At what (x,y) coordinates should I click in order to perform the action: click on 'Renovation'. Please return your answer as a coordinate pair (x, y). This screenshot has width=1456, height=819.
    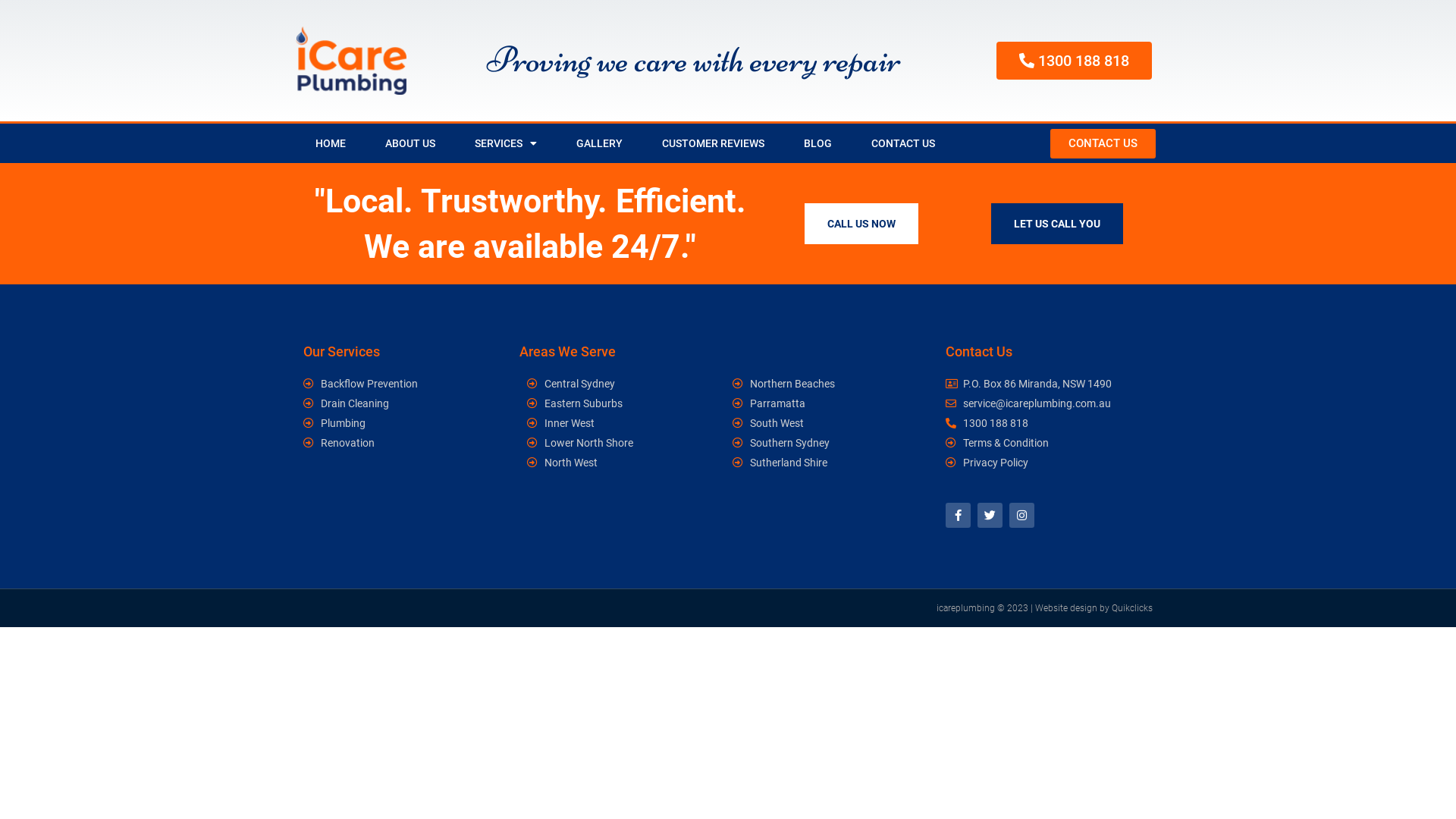
    Looking at the image, I should click on (373, 442).